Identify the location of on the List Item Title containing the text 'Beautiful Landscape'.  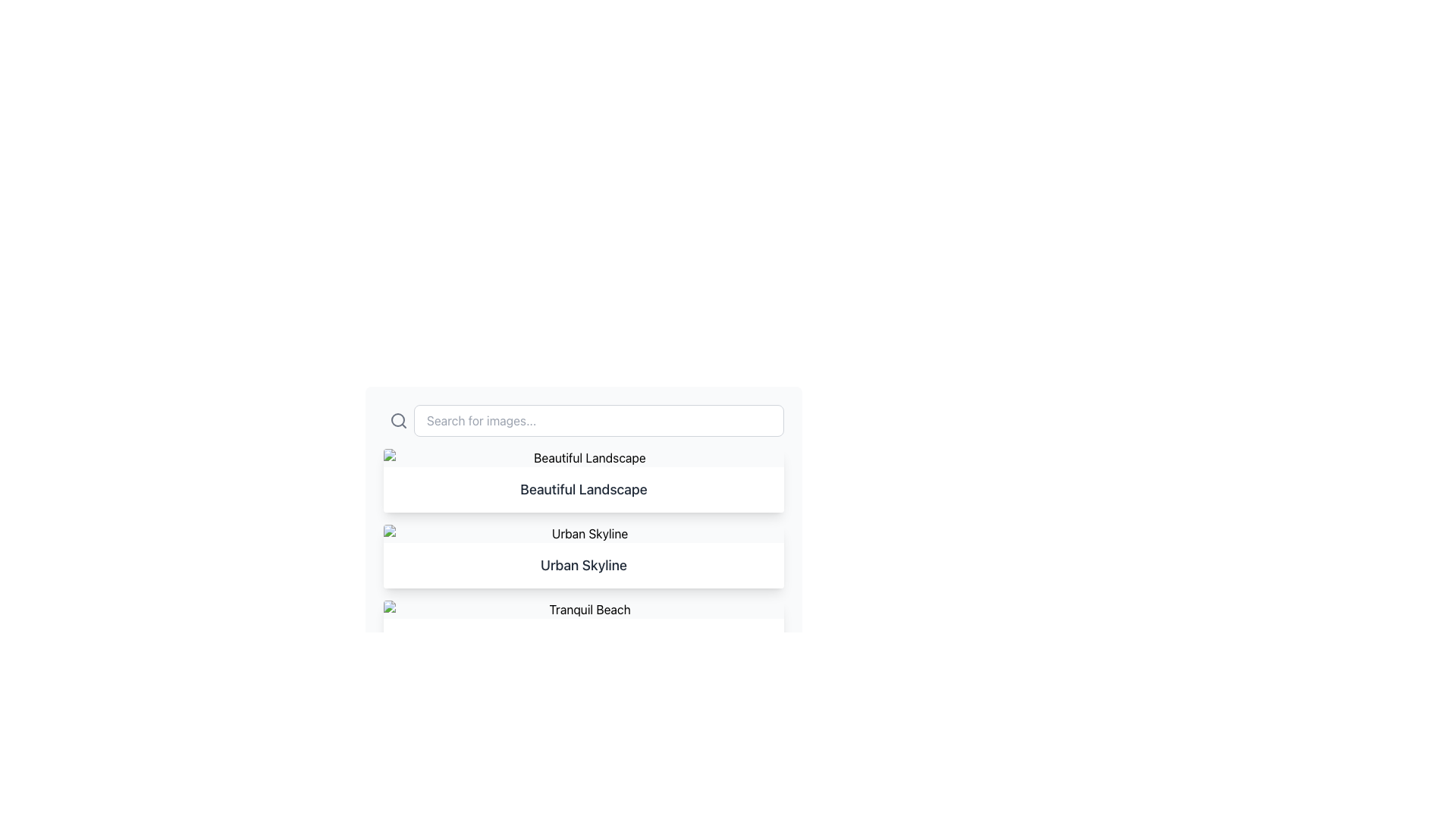
(582, 500).